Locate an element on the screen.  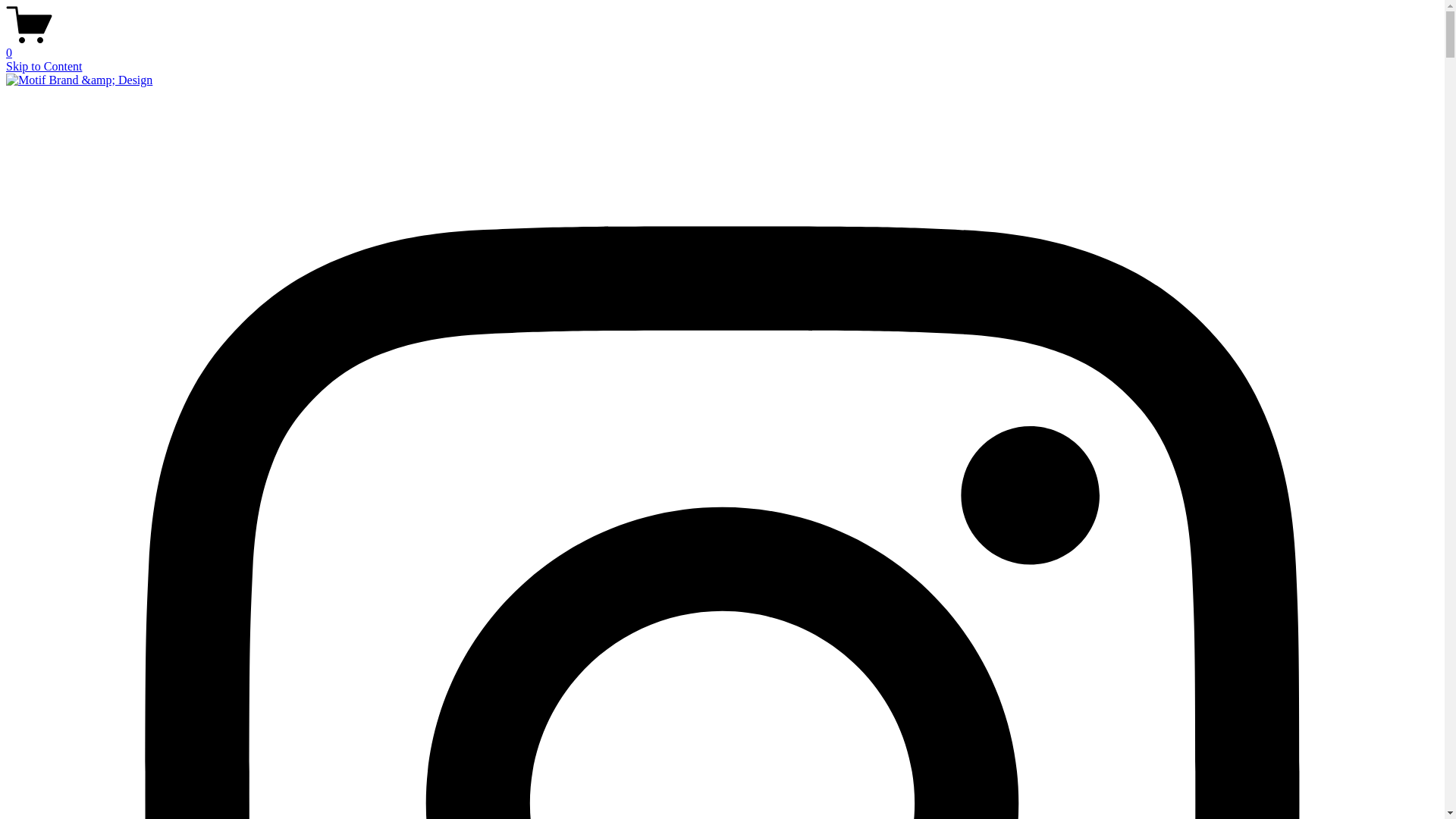
'Skip to Content' is located at coordinates (43, 65).